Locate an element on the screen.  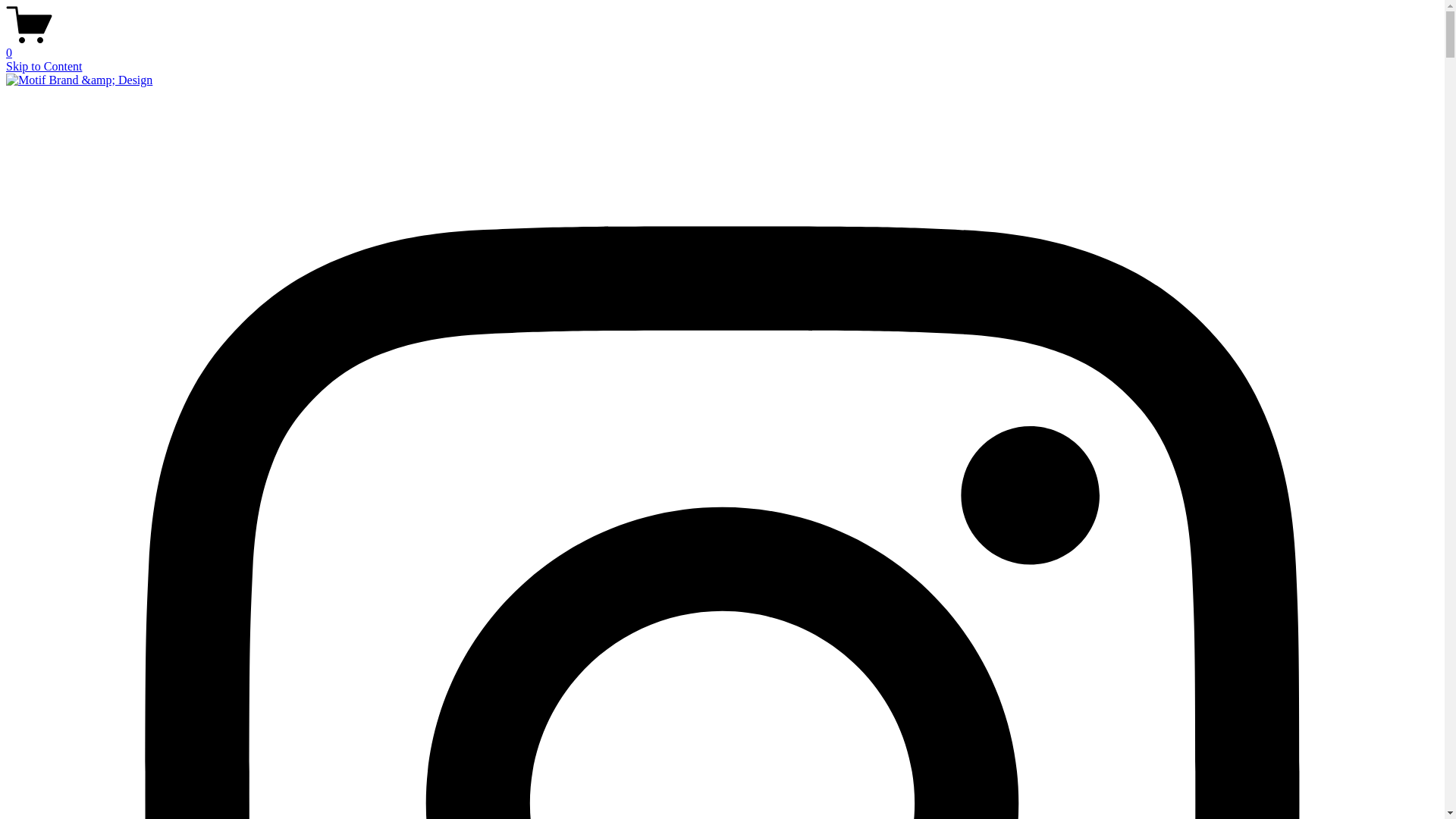
'Skip to Content' is located at coordinates (43, 65).